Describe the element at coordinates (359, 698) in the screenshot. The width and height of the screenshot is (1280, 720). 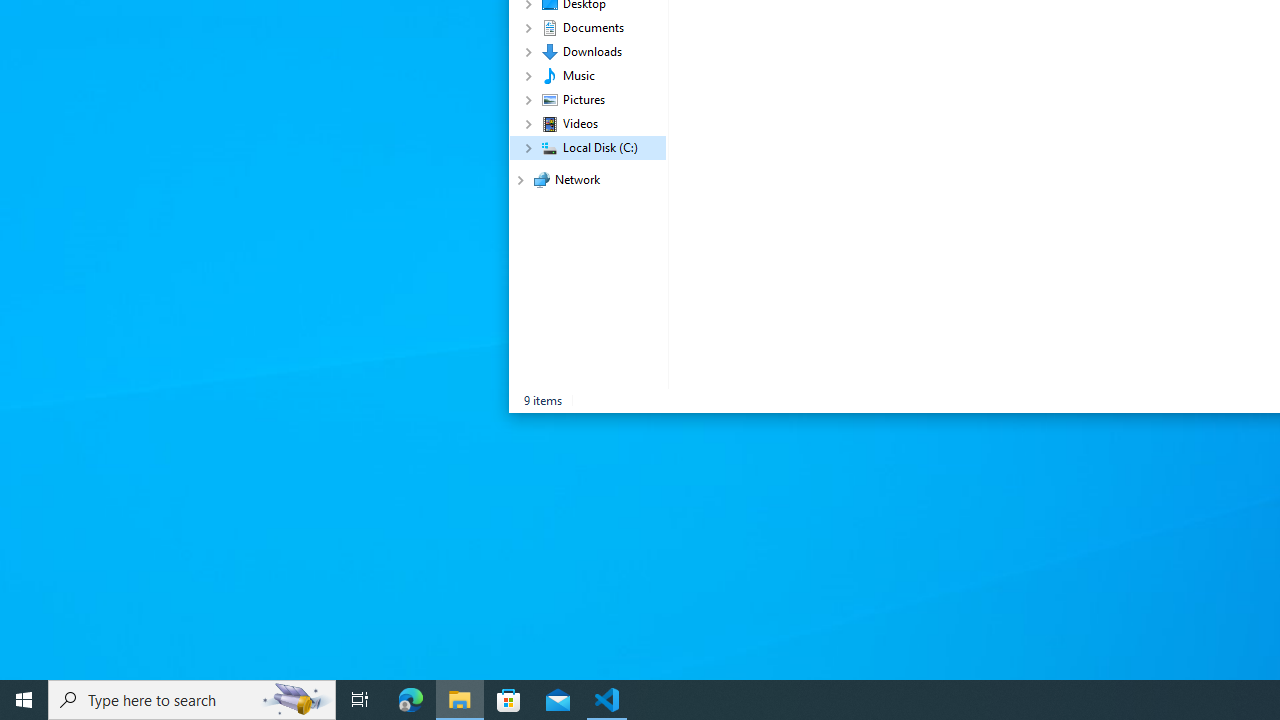
I see `'Task View'` at that location.